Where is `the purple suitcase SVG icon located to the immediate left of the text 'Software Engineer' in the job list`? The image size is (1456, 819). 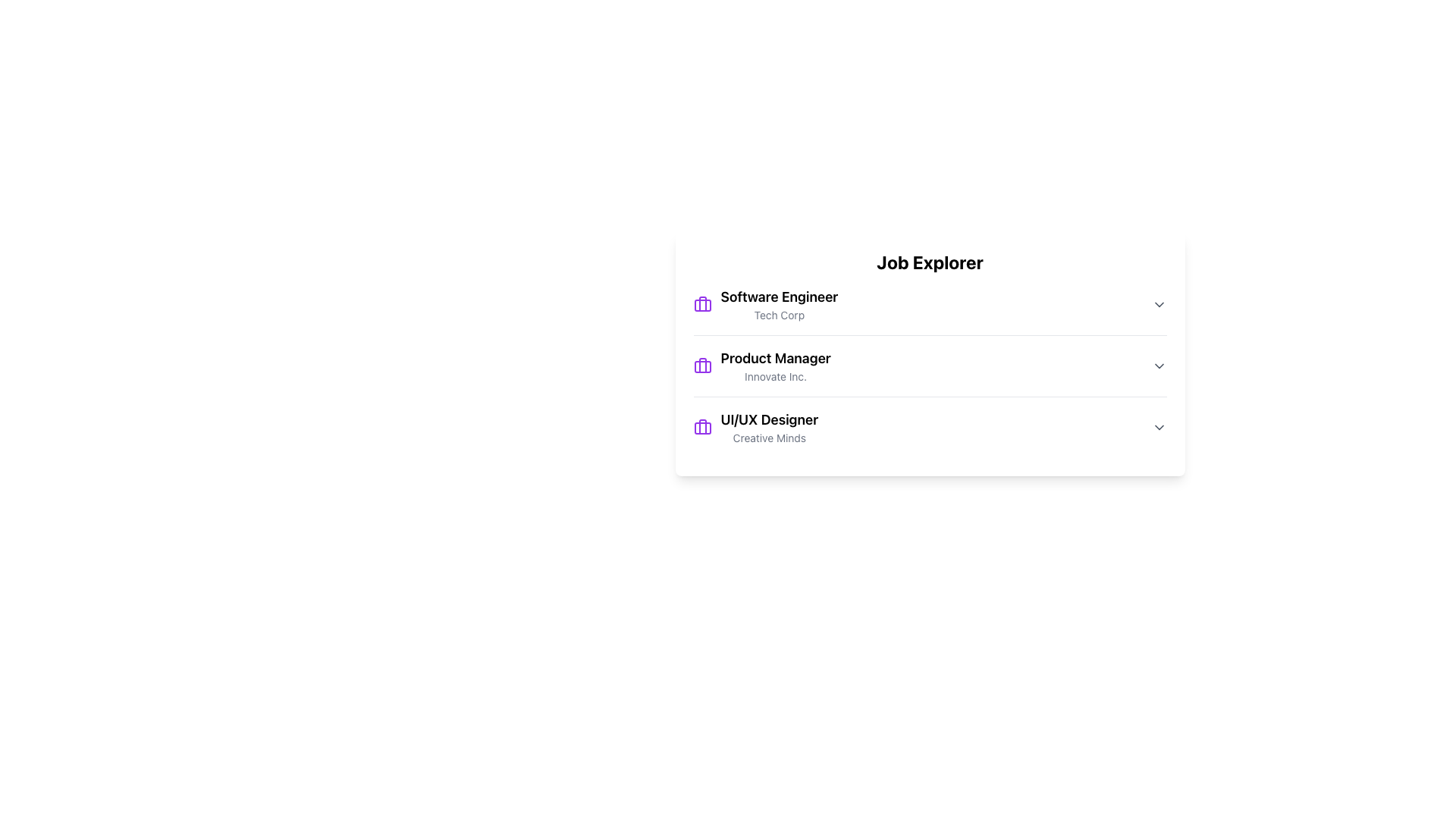 the purple suitcase SVG icon located to the immediate left of the text 'Software Engineer' in the job list is located at coordinates (701, 304).